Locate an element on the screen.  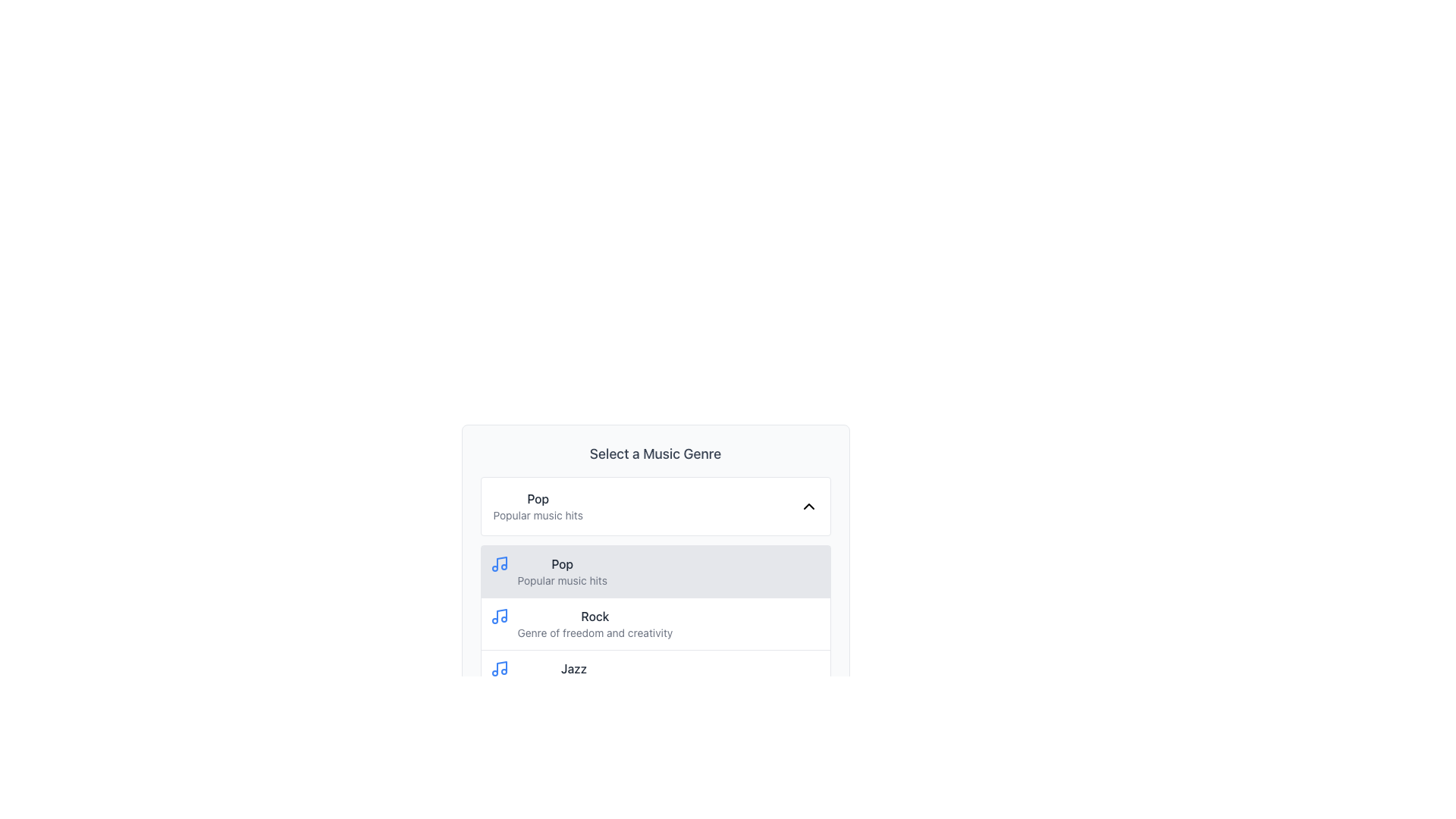
text label that serves as the title for the selectable music genre item, which is 'Pop.' This label is part of a list item under the heading 'Select a Music Genre.' is located at coordinates (561, 564).